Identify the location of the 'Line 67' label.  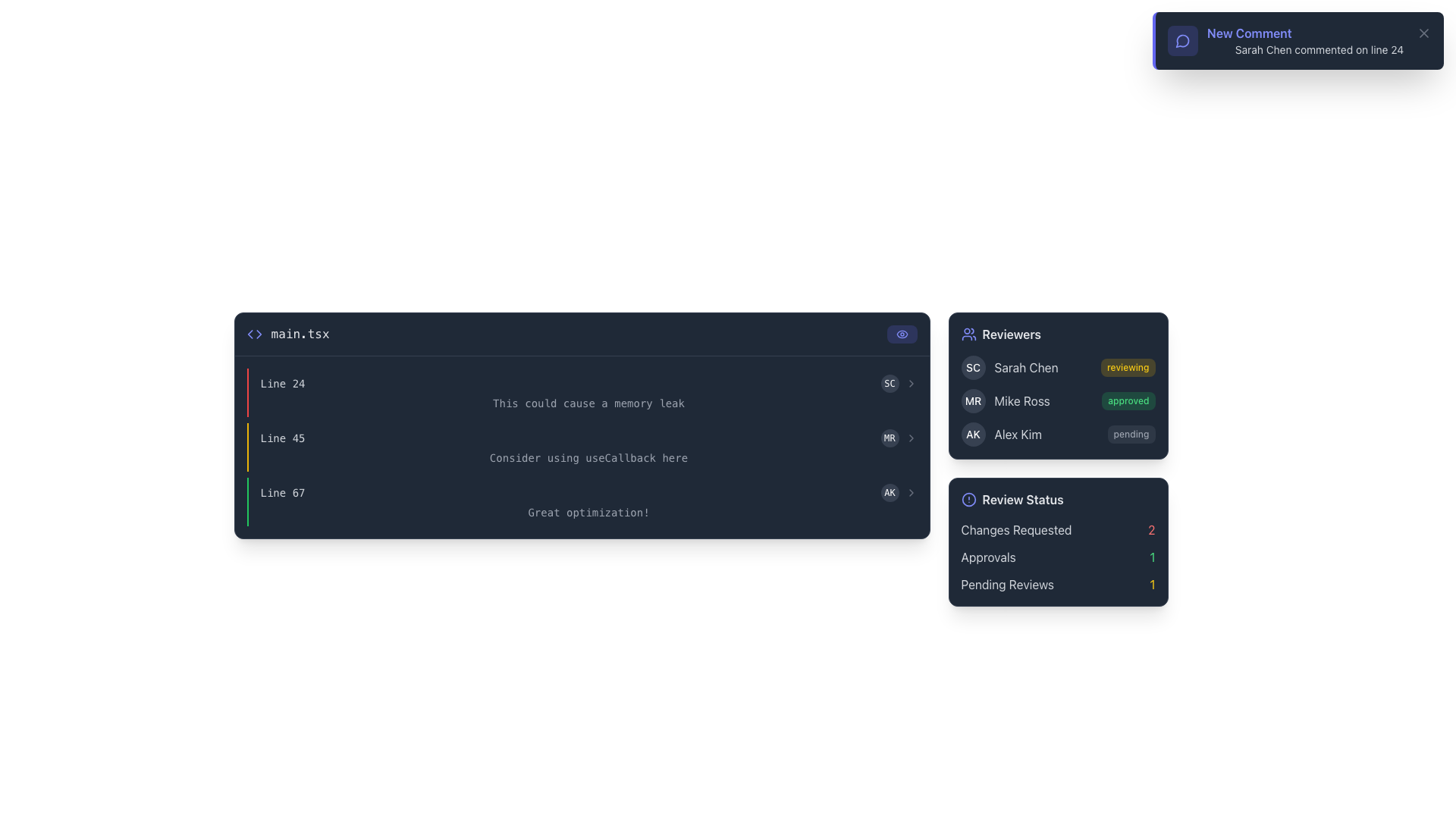
(283, 493).